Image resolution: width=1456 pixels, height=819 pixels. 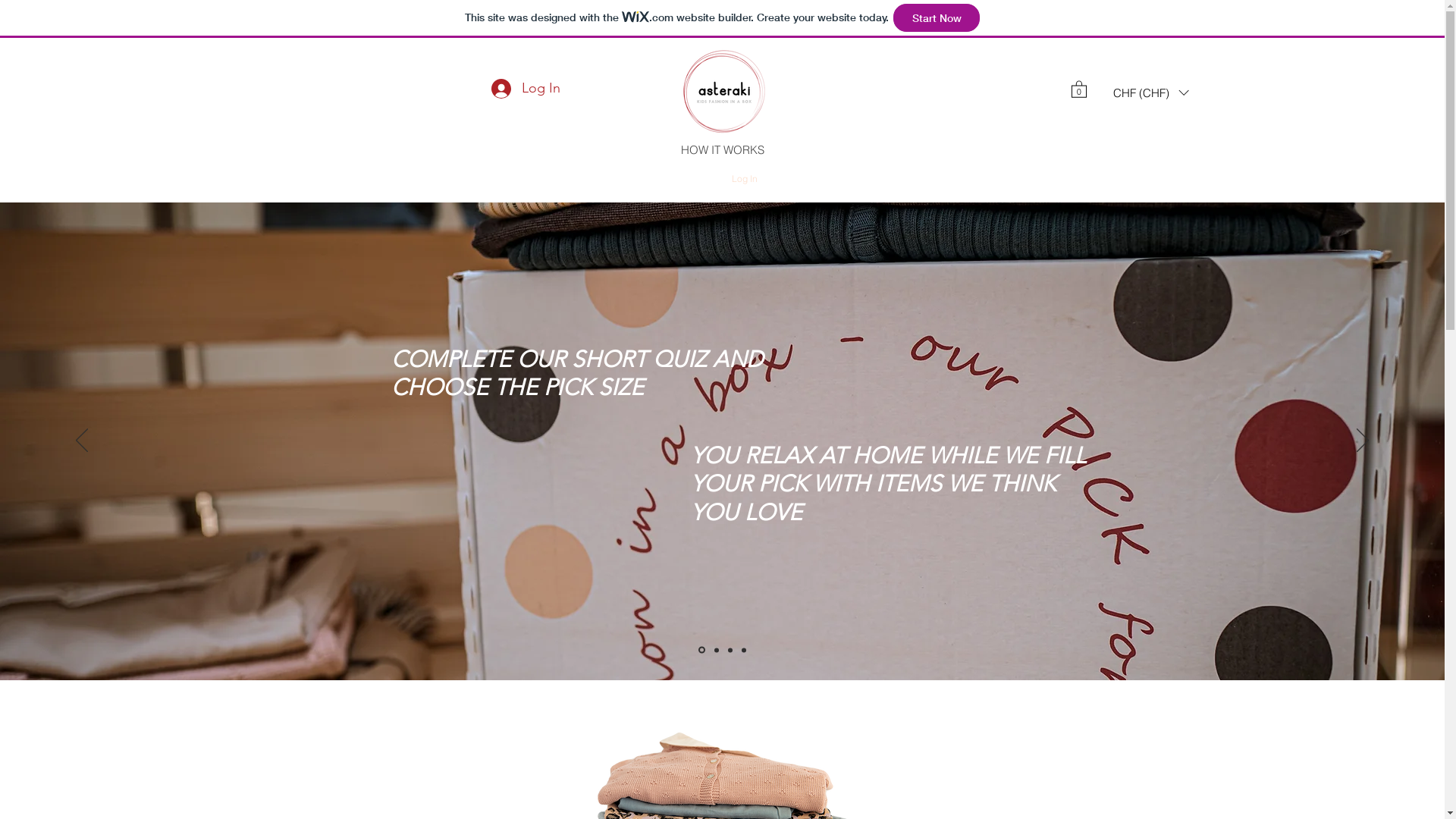 What do you see at coordinates (1103, 93) in the screenshot?
I see `'CHF (CHF)'` at bounding box center [1103, 93].